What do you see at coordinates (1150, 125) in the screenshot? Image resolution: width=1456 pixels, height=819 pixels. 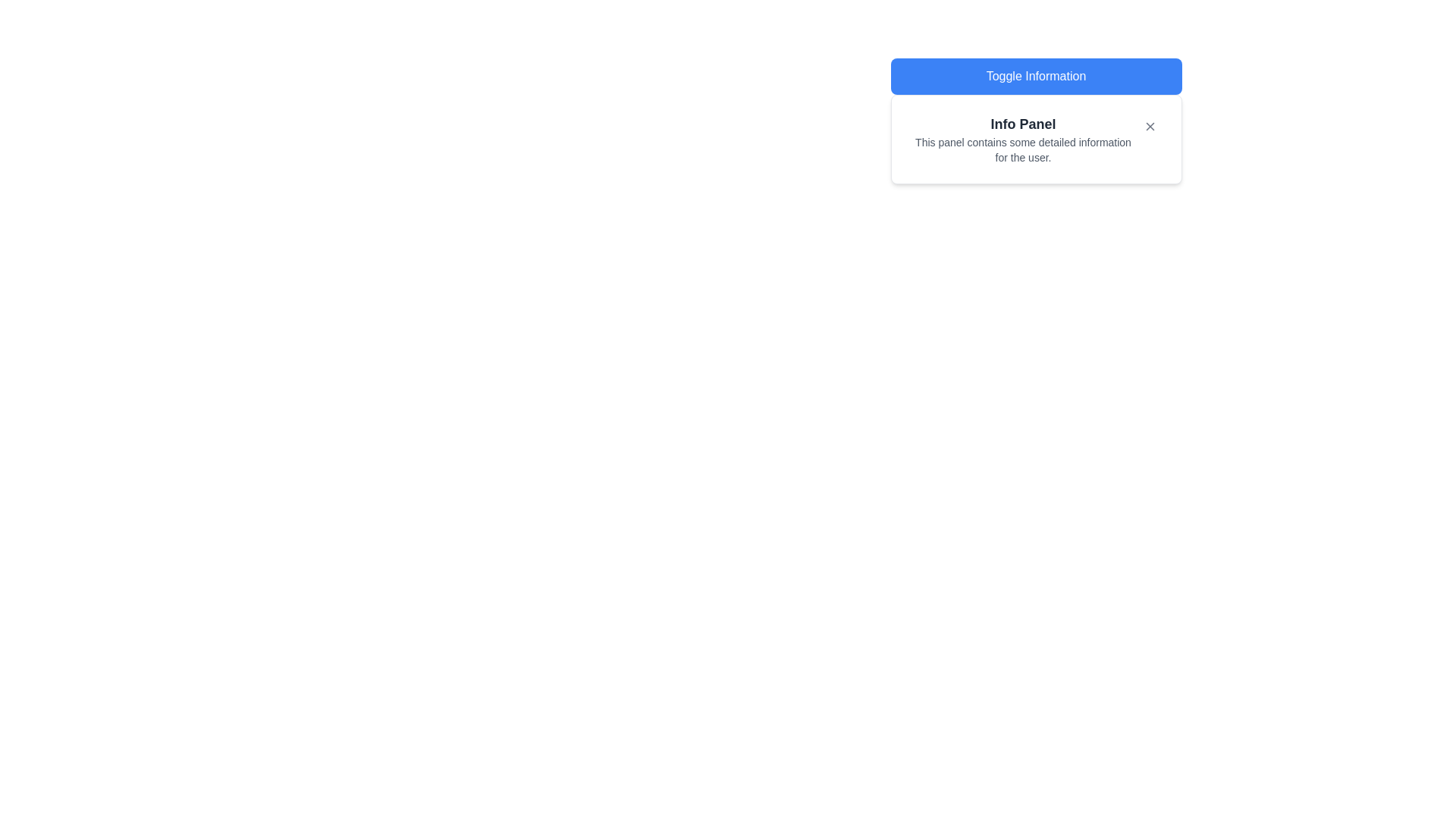 I see `the close button located in the top-right corner of the 'Info Panel' to prepare for activation` at bounding box center [1150, 125].